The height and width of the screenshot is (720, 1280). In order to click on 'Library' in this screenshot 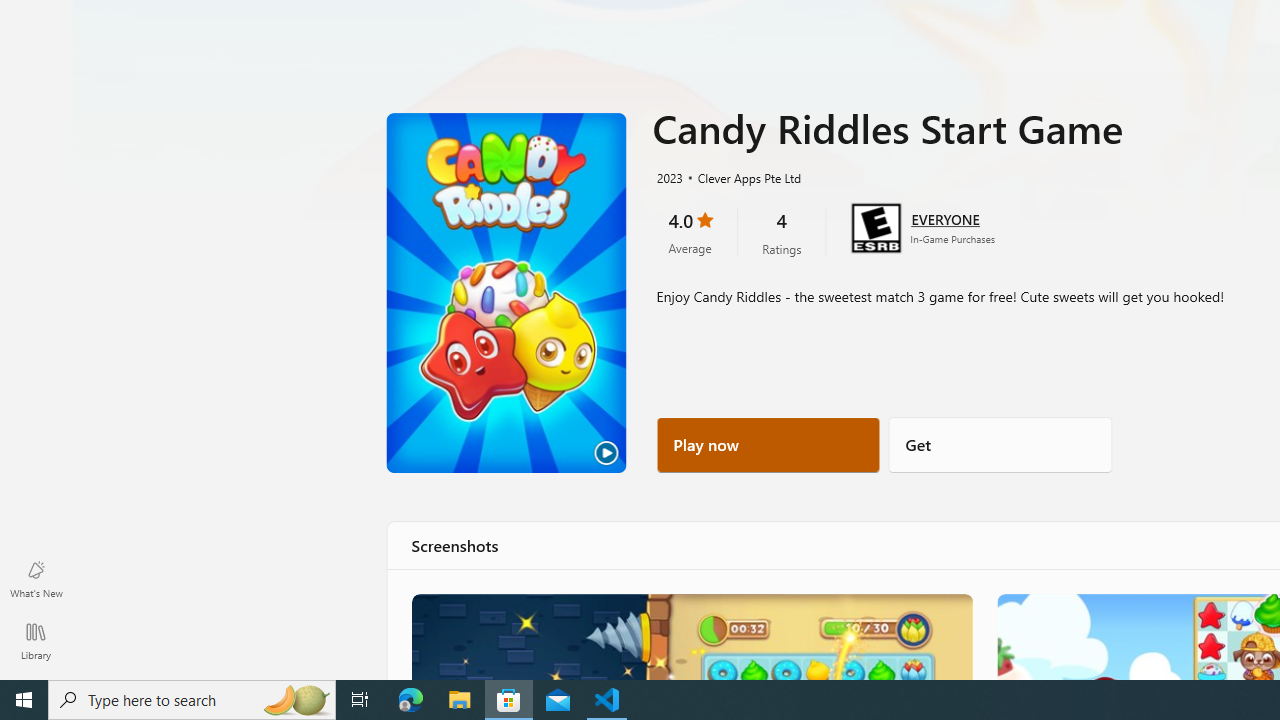, I will do `click(35, 640)`.